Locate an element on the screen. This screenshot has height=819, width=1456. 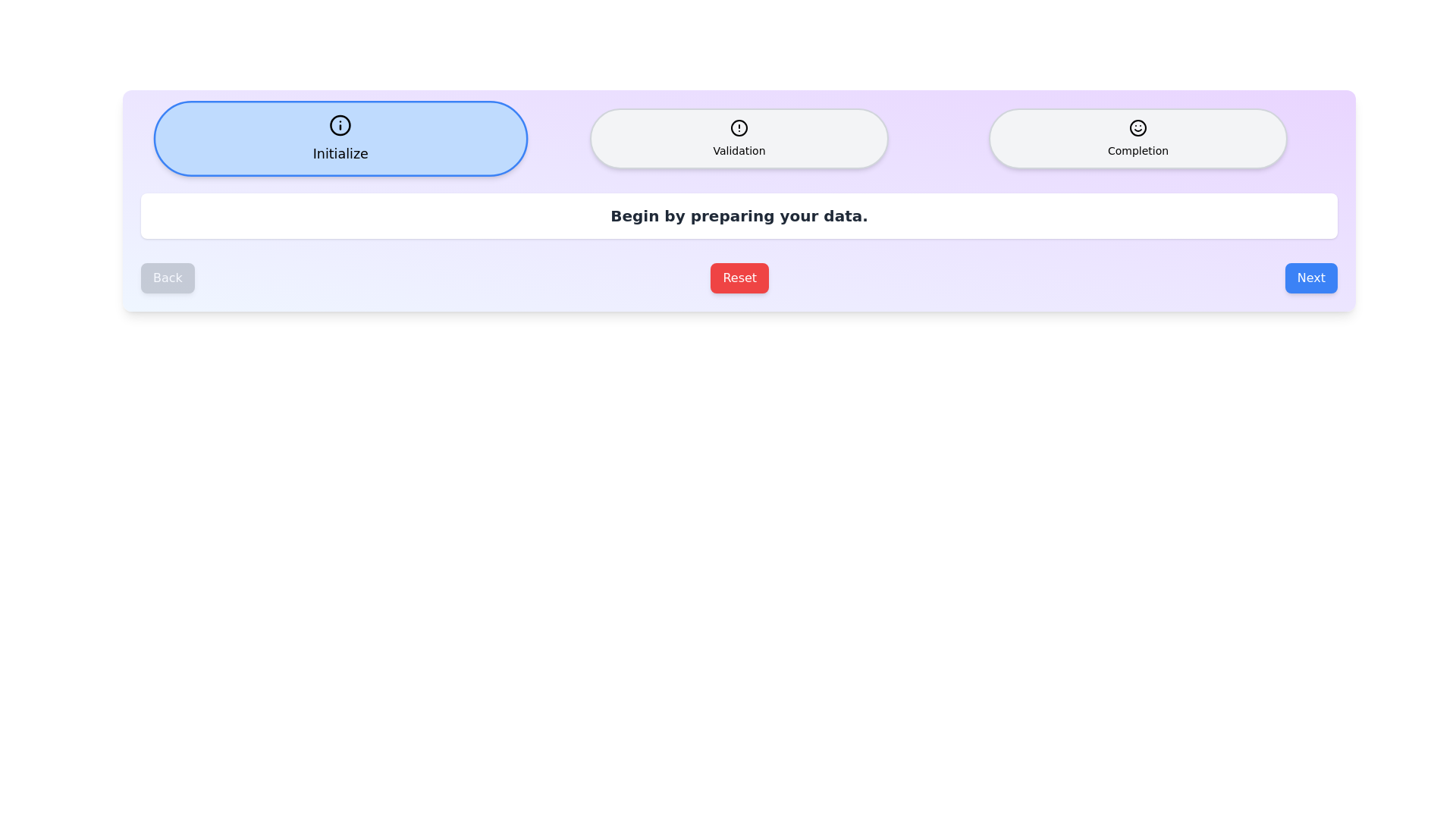
the step icon for Completion to display its information is located at coordinates (1138, 138).